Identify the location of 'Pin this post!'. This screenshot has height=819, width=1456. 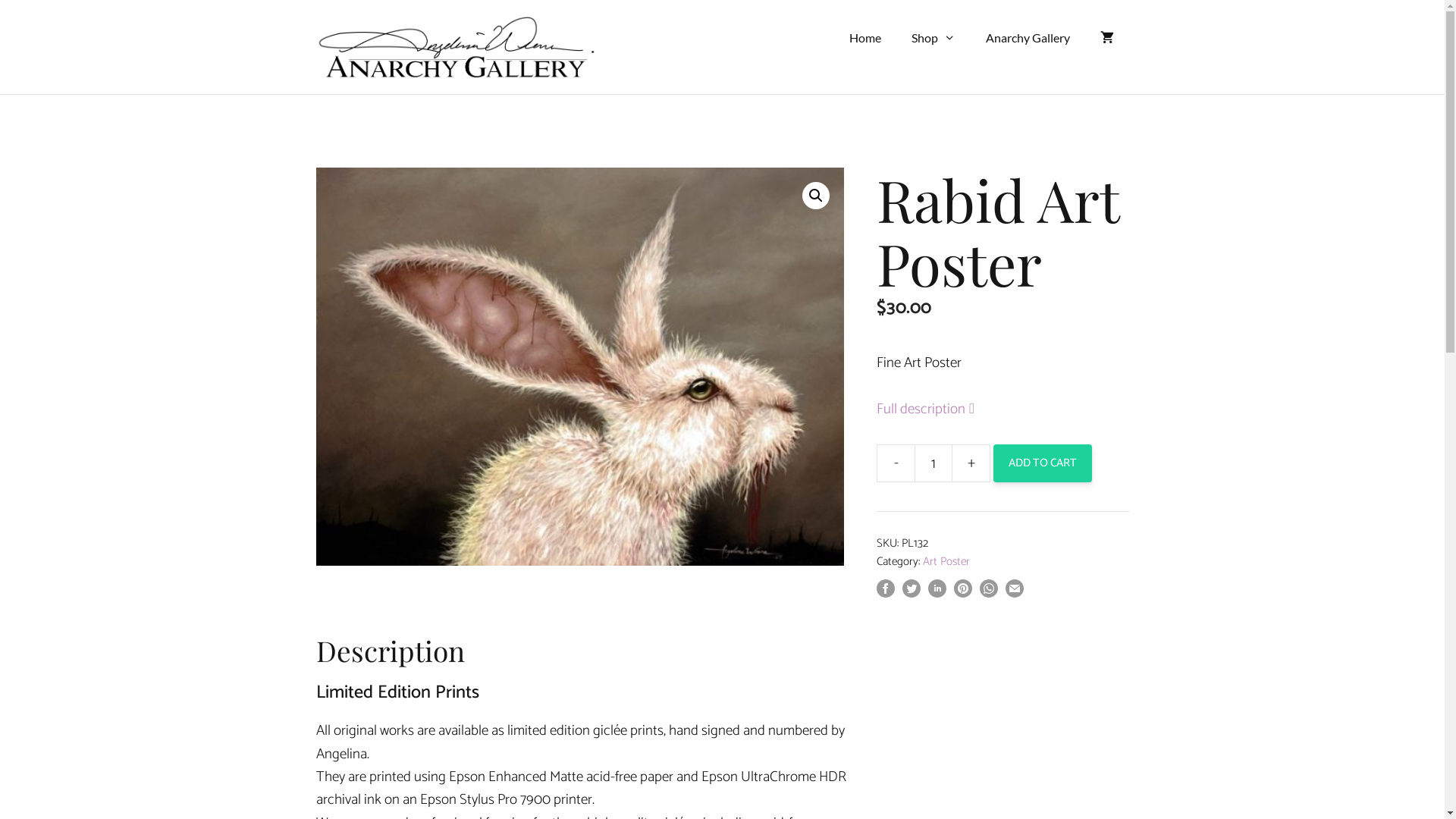
(962, 592).